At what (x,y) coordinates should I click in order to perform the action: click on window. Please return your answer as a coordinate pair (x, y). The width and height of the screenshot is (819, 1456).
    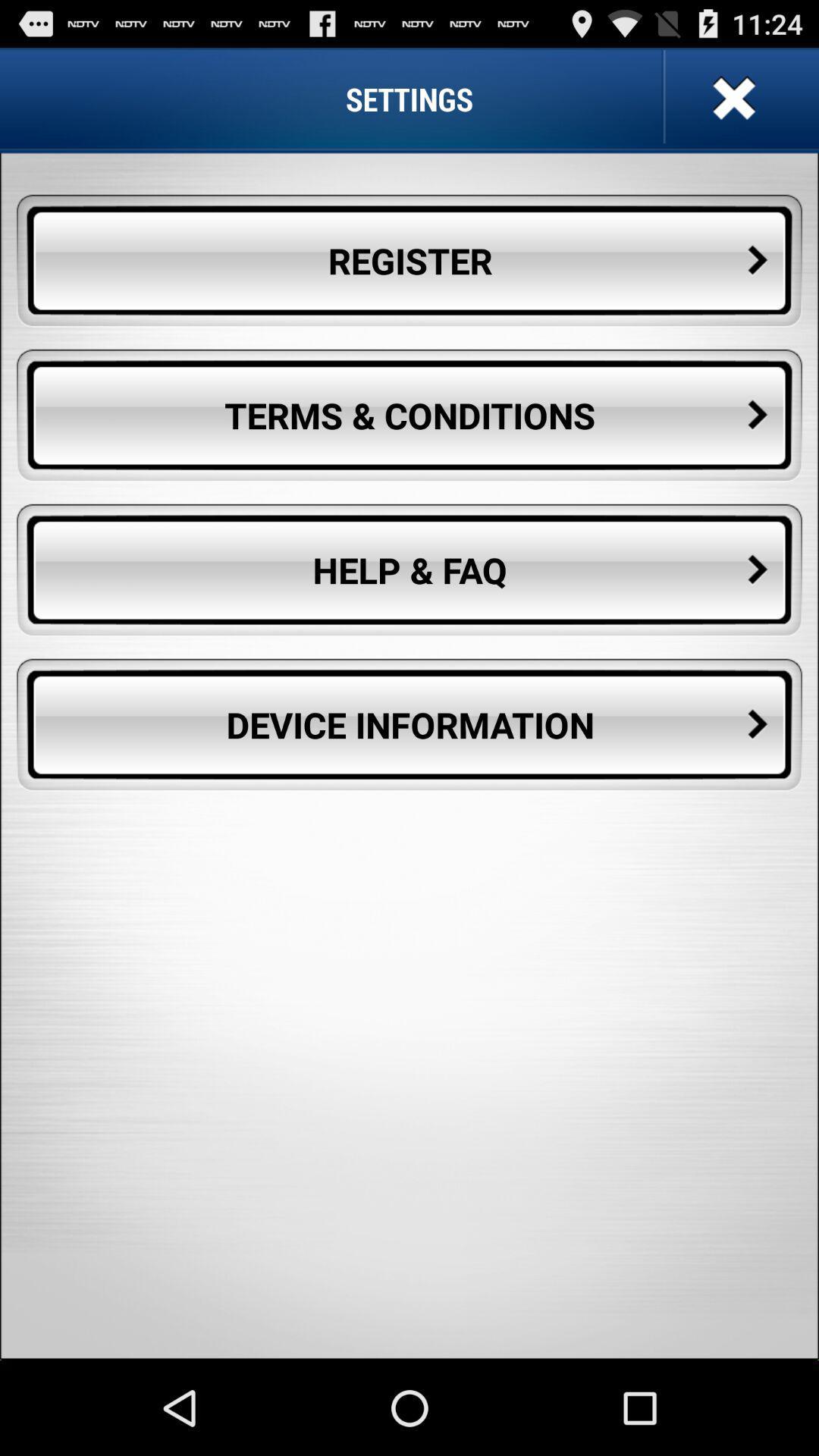
    Looking at the image, I should click on (731, 98).